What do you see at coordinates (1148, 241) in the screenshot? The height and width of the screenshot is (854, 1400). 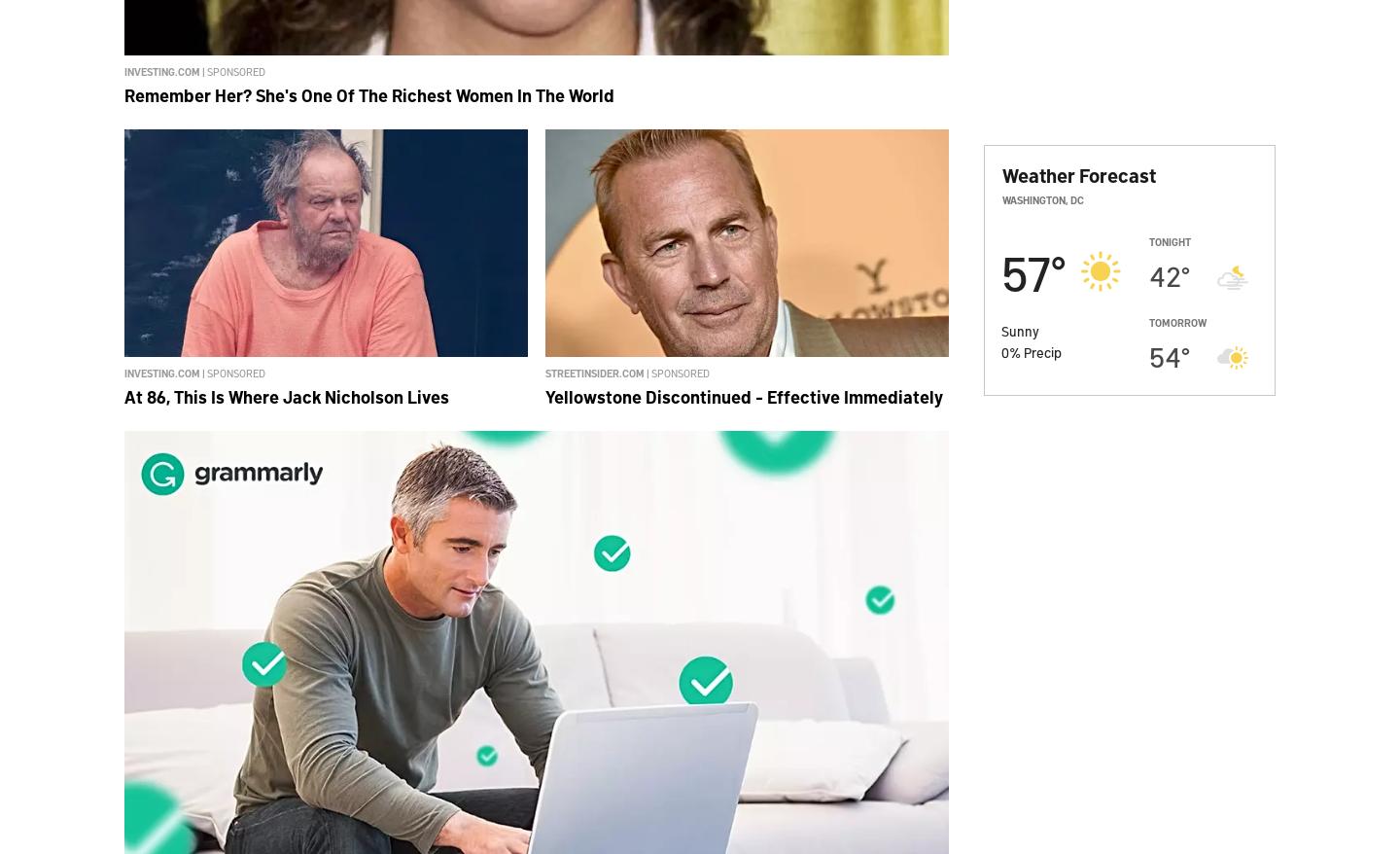 I see `'Tonight'` at bounding box center [1148, 241].